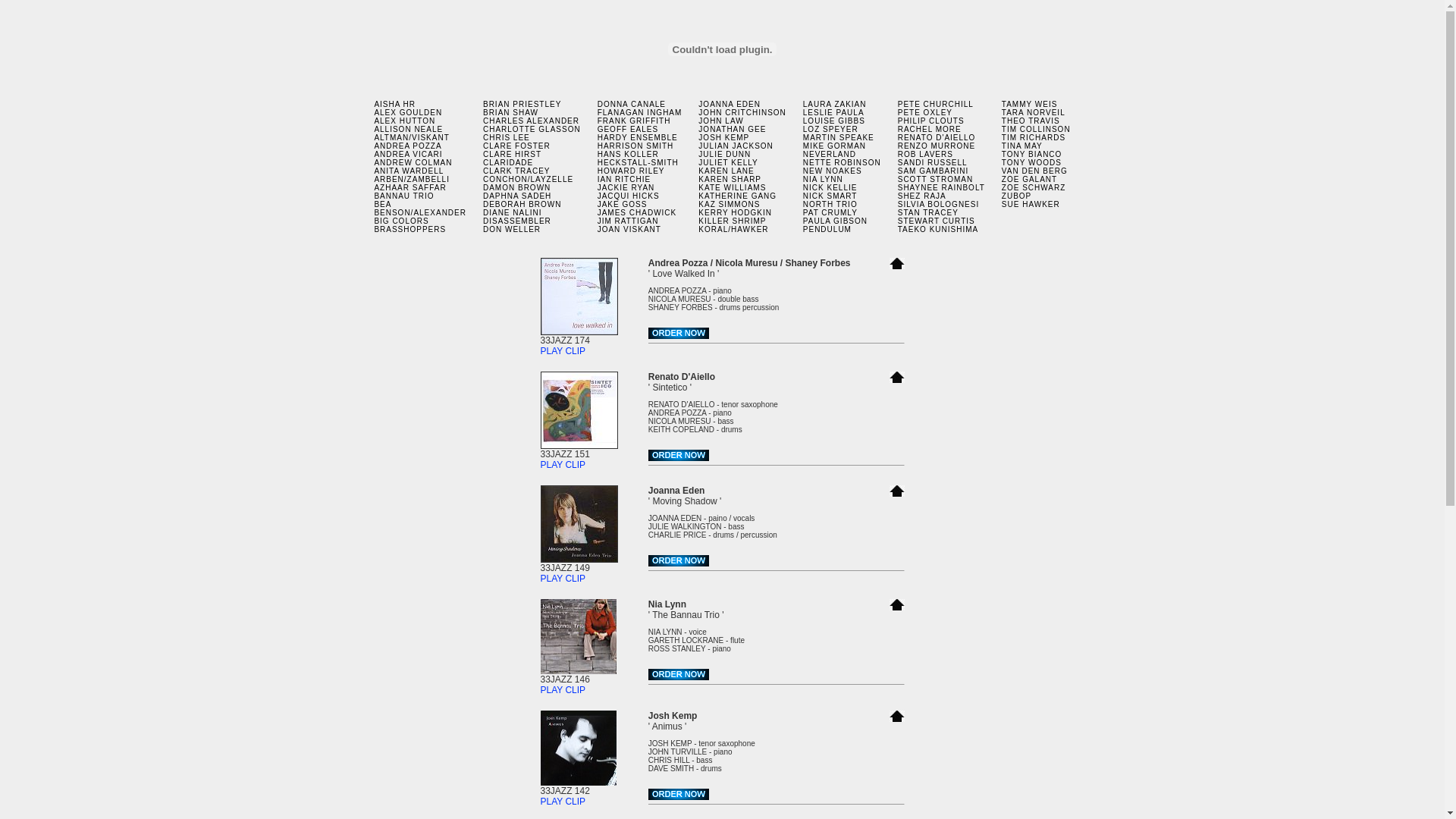 This screenshot has height=819, width=1456. I want to click on 'JONATHAN GEE', so click(732, 128).